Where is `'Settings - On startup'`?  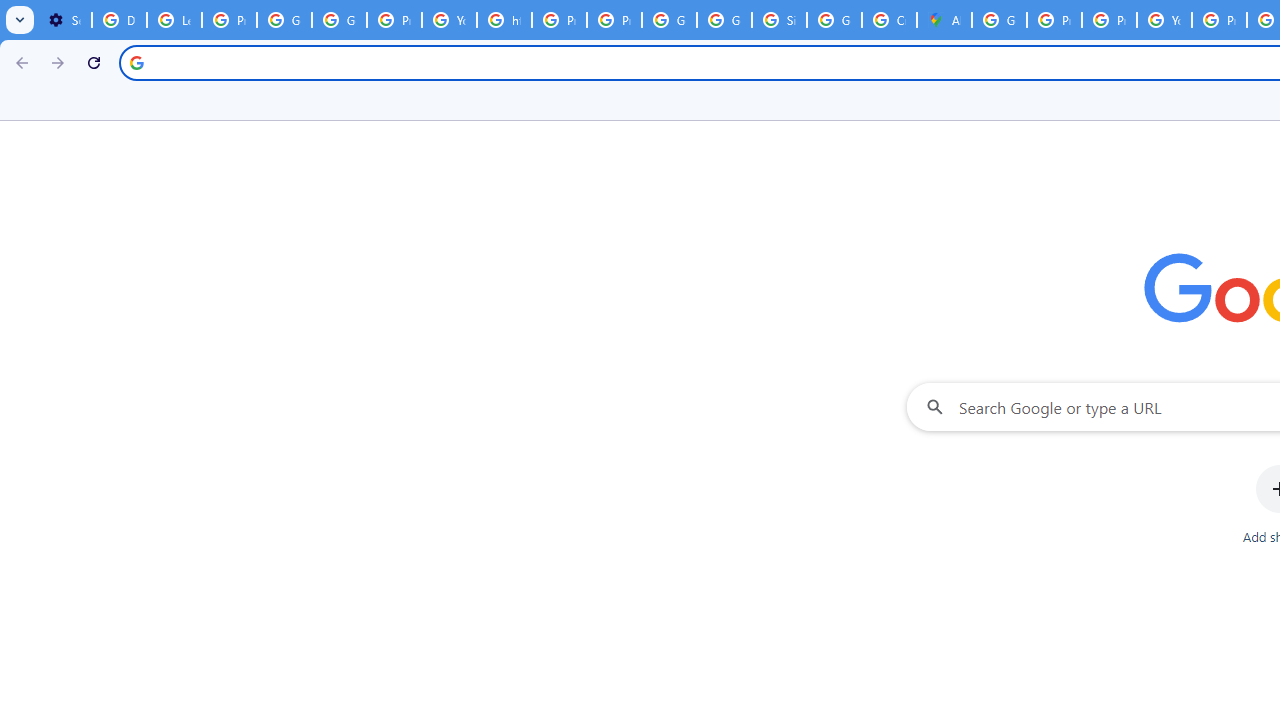
'Settings - On startup' is located at coordinates (64, 20).